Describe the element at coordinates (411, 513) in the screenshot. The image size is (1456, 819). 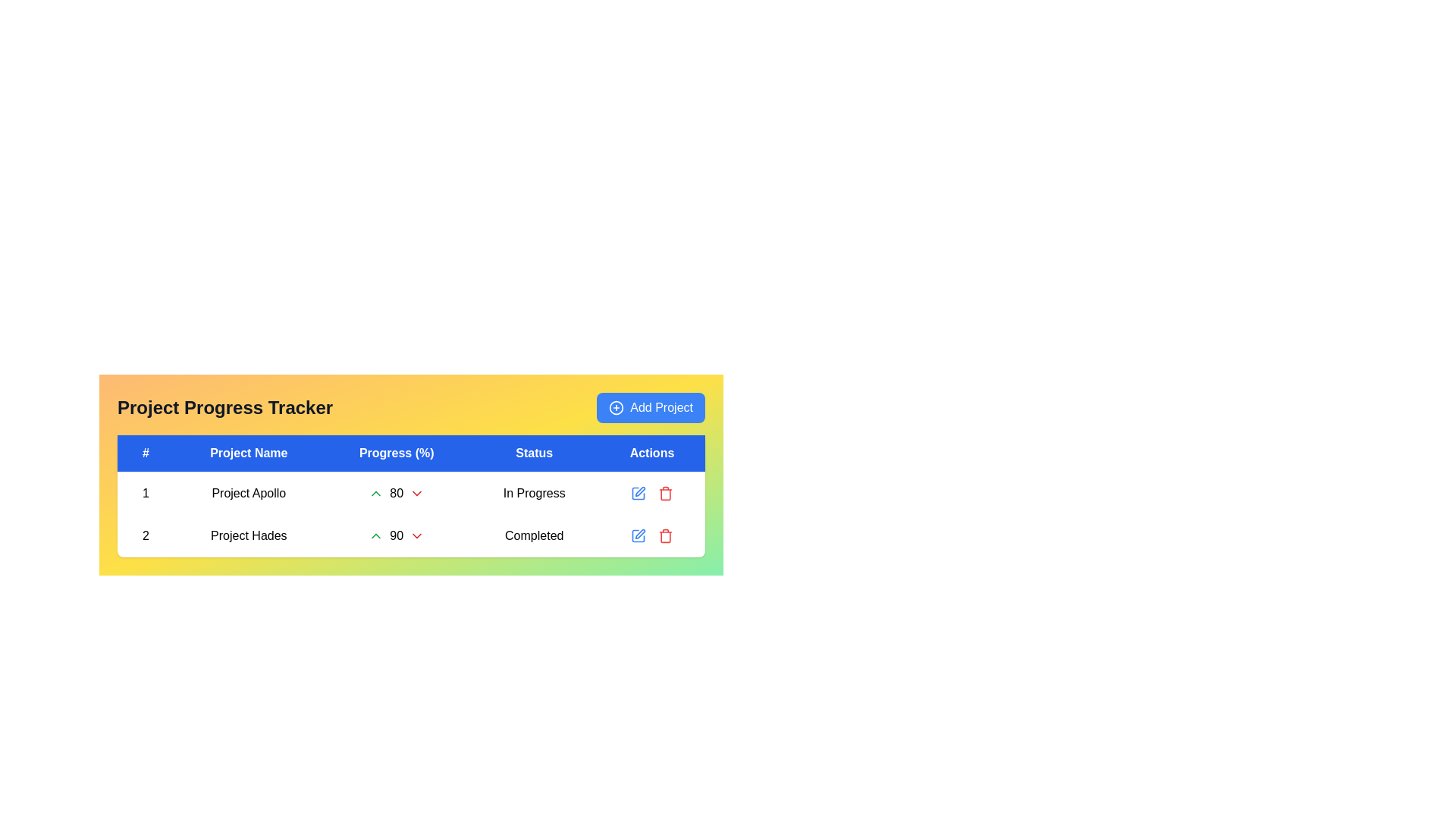
I see `the progress arrows located in the second row of the table under the 'Progress (%)' column to adjust the value` at that location.